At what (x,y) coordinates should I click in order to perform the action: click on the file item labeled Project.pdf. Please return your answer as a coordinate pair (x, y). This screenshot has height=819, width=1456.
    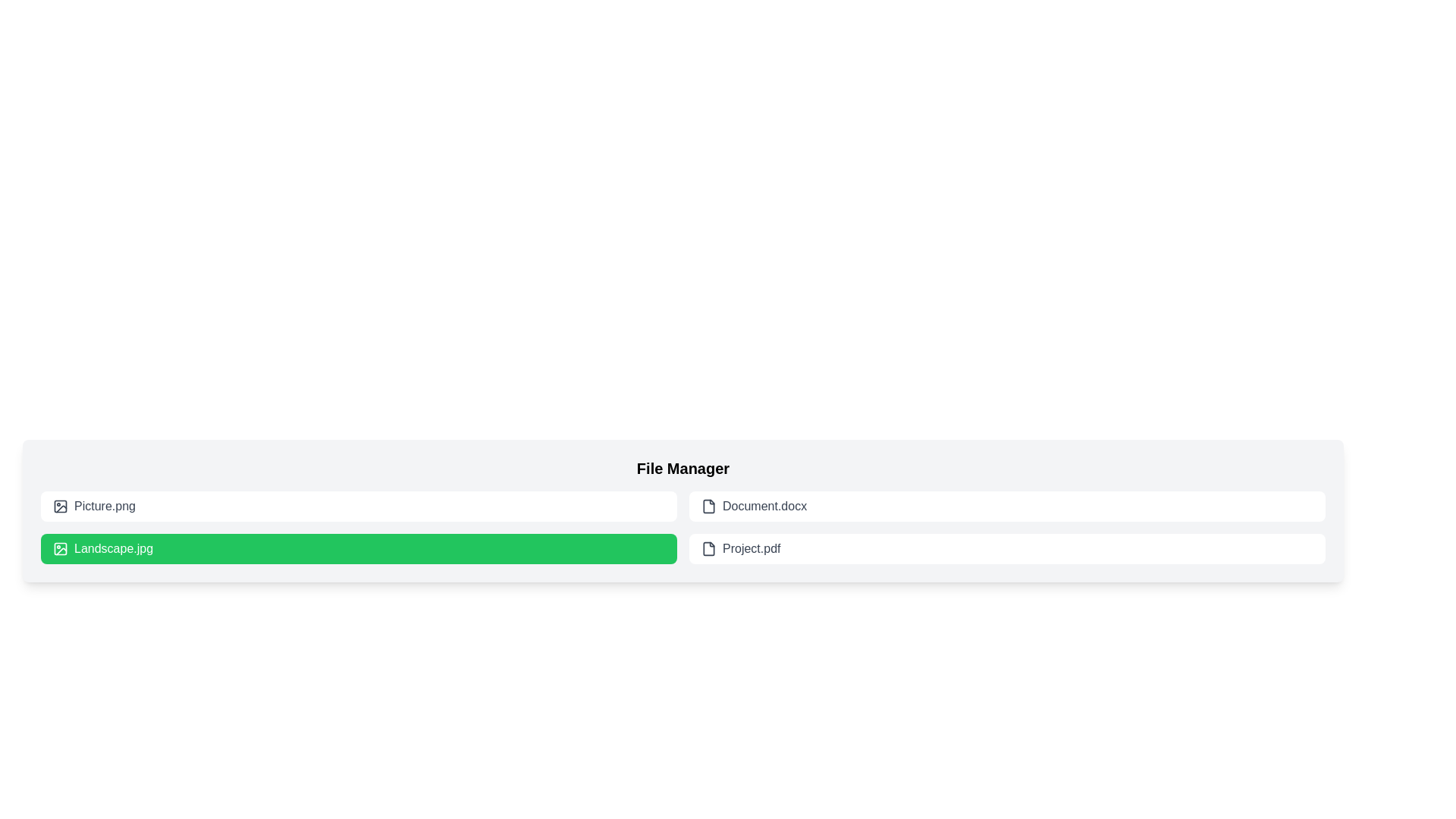
    Looking at the image, I should click on (1007, 549).